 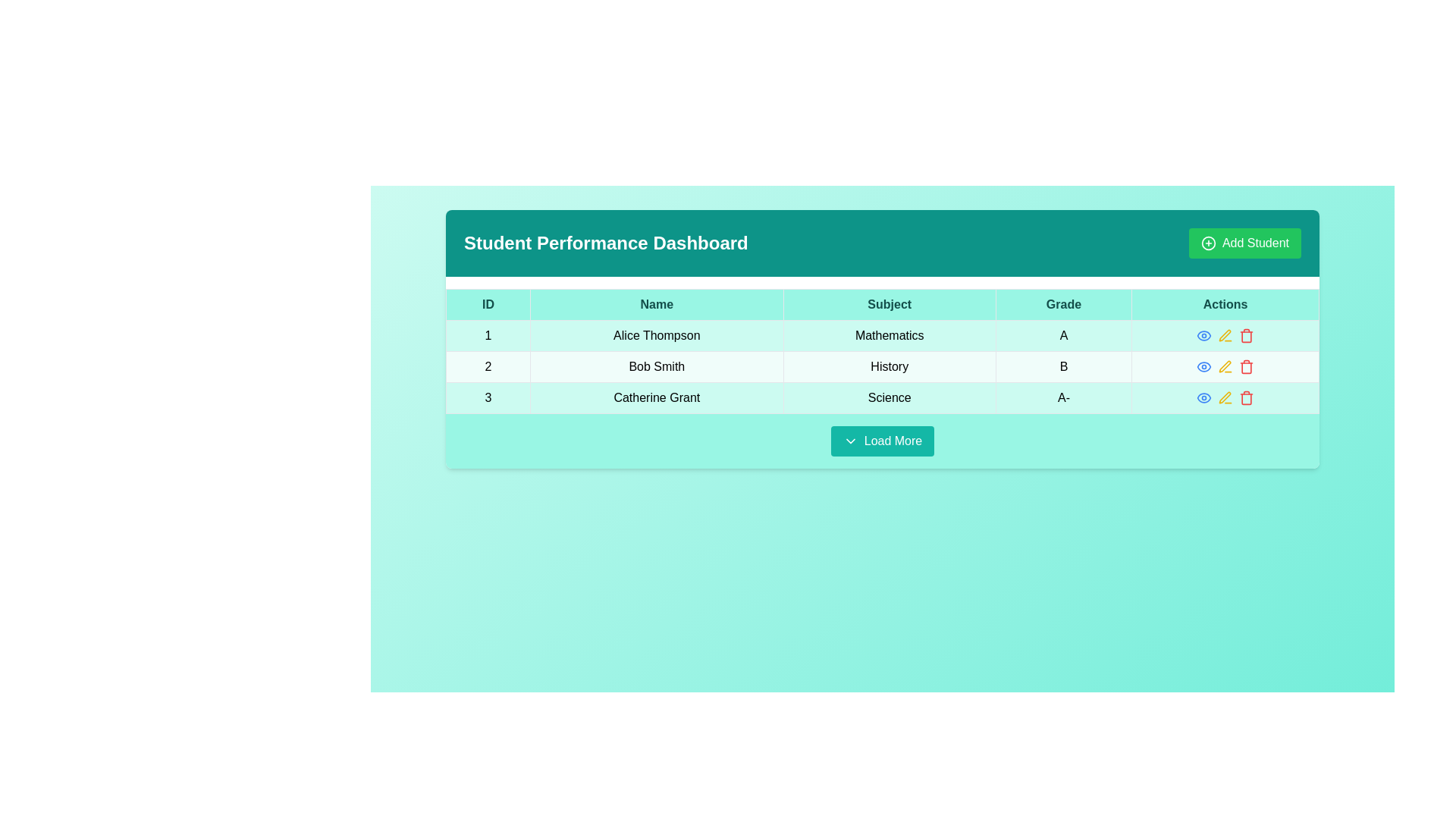 What do you see at coordinates (882, 304) in the screenshot?
I see `the Table Header Row of the Student Performance Dashboard` at bounding box center [882, 304].